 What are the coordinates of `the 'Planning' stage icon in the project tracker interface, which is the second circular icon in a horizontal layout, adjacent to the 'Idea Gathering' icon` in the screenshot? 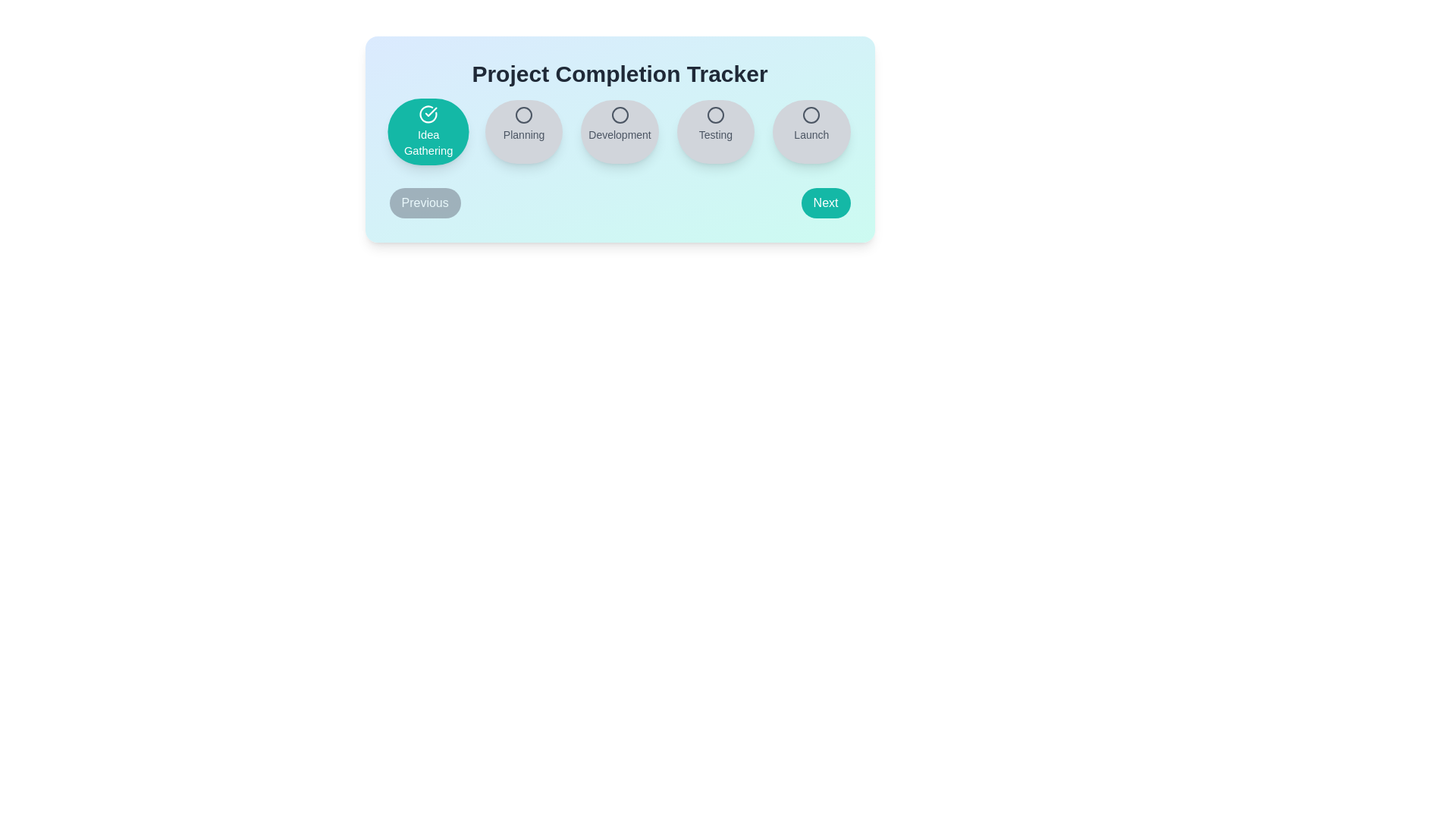 It's located at (524, 114).